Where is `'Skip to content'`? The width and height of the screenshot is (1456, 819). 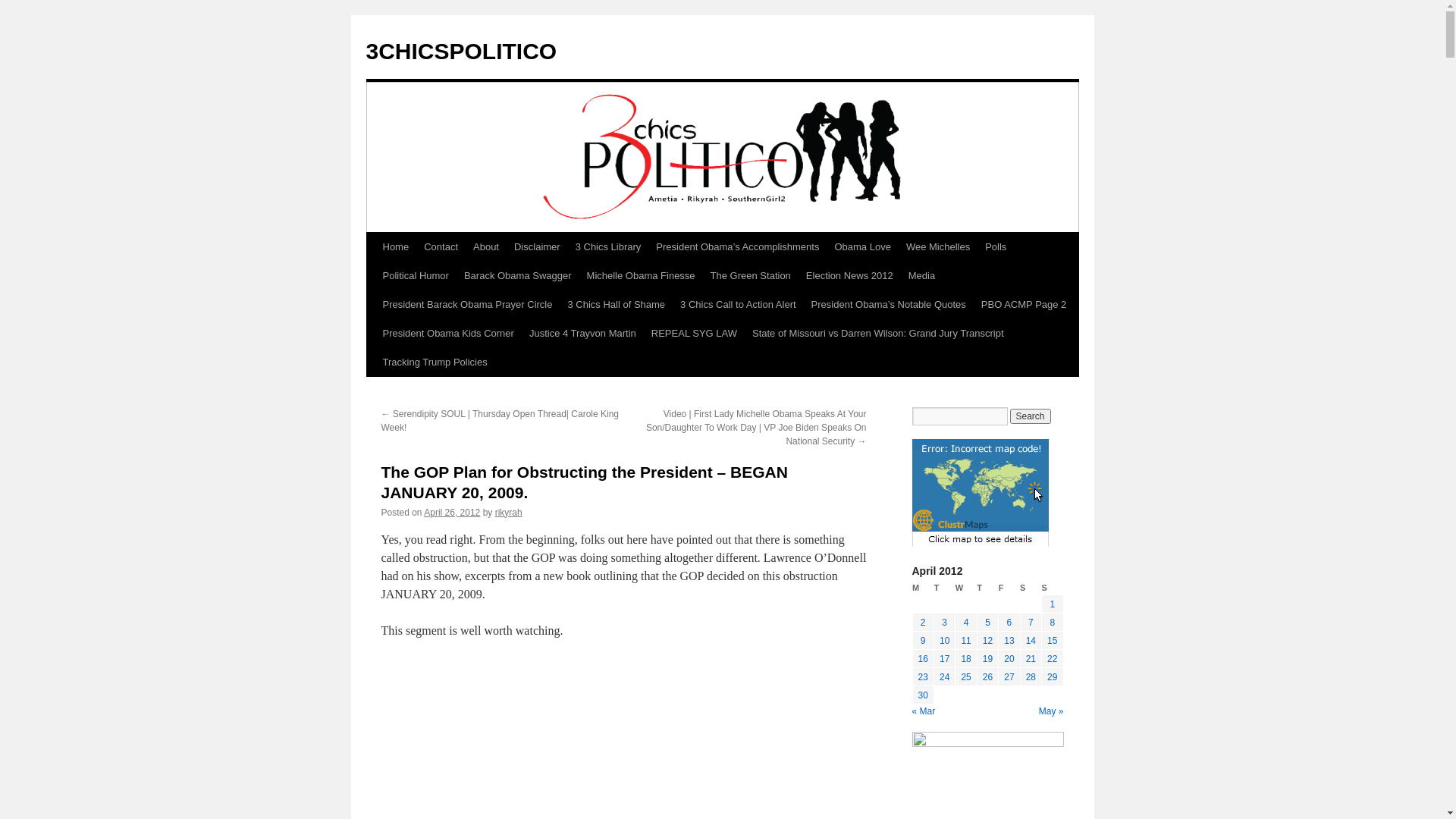
'Skip to content' is located at coordinates (372, 275).